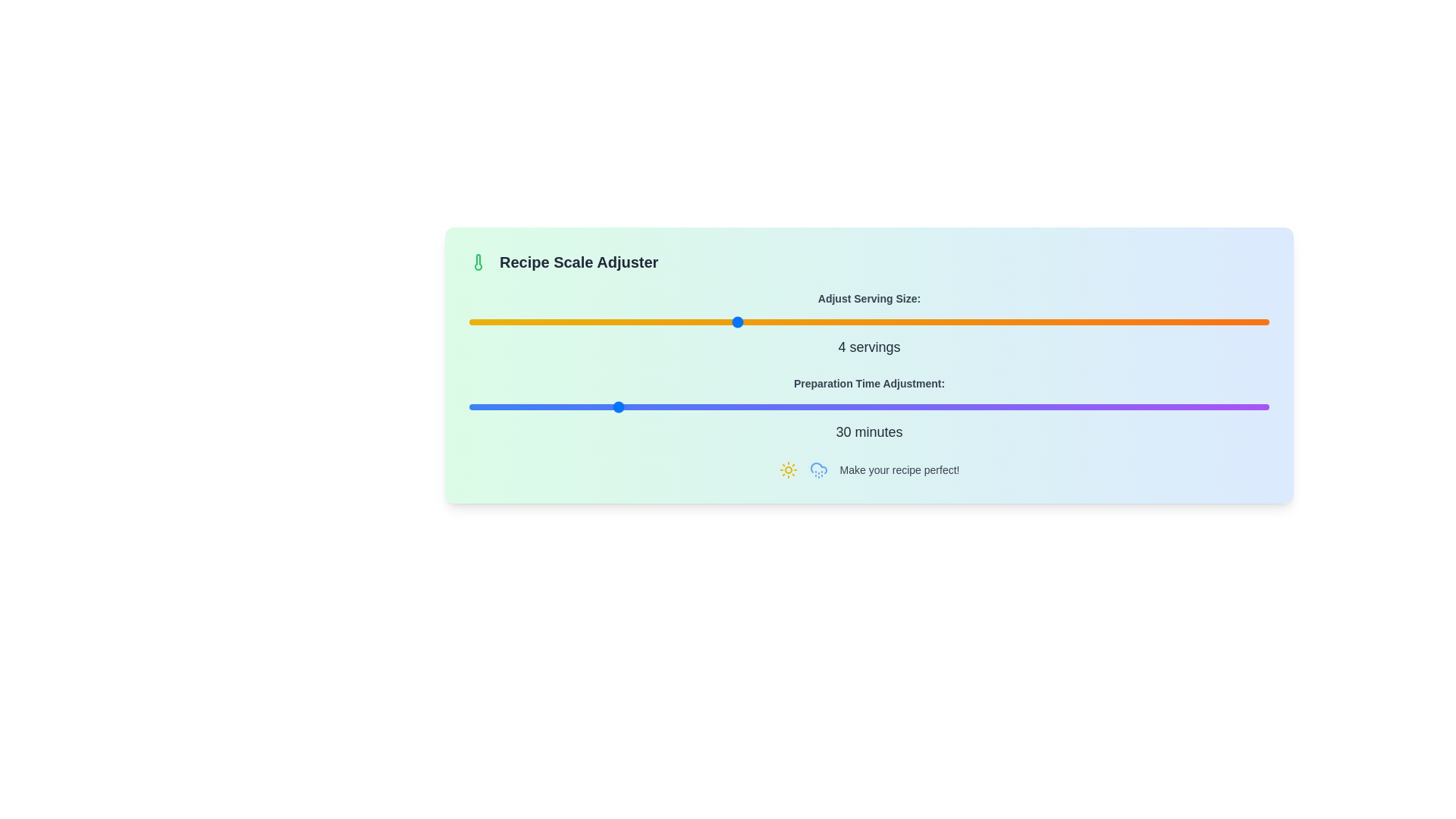 Image resolution: width=1456 pixels, height=819 pixels. Describe the element at coordinates (1153, 406) in the screenshot. I see `preparation time adjustment` at that location.